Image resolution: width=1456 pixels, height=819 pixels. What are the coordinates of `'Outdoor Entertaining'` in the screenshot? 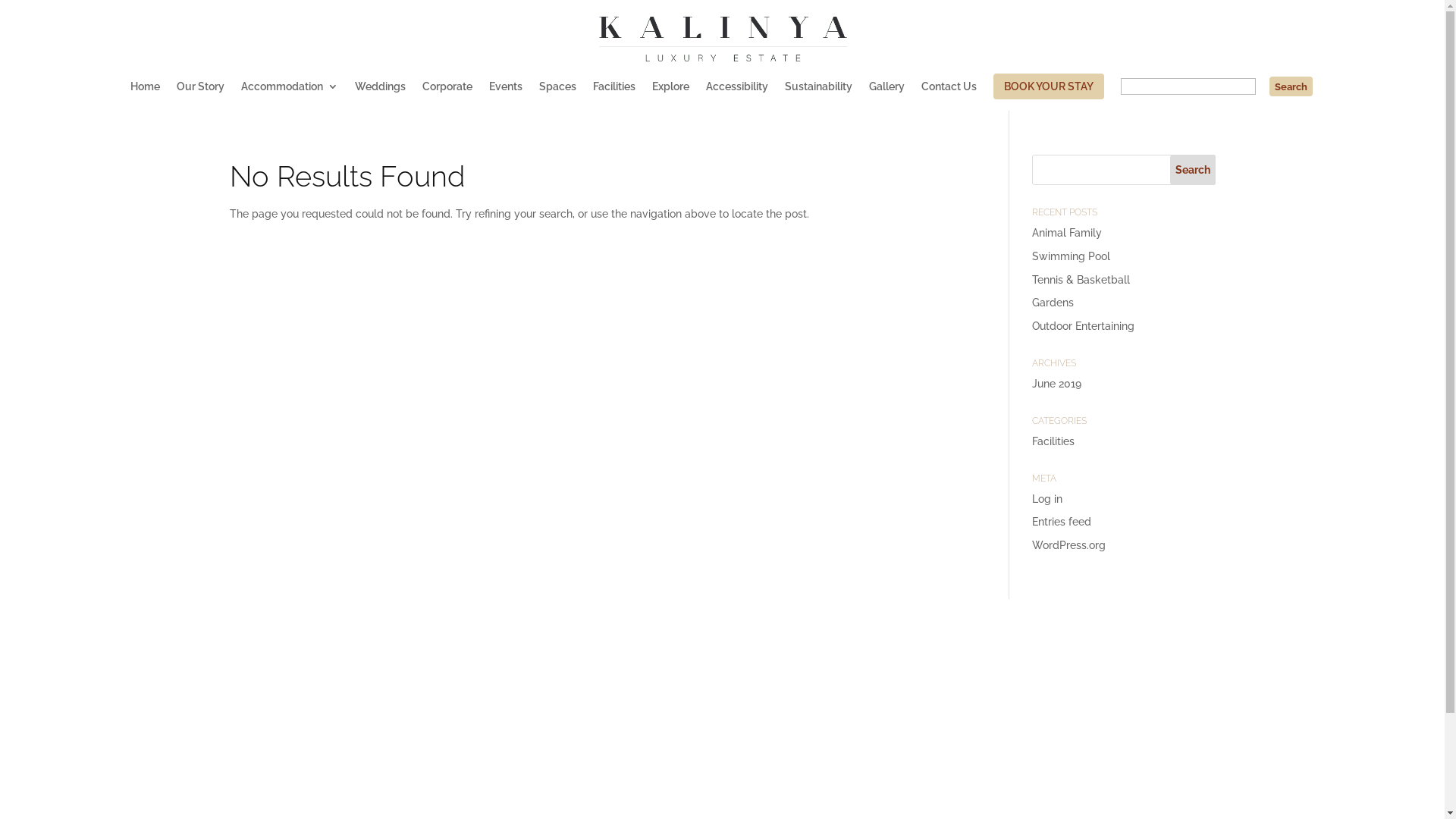 It's located at (1082, 325).